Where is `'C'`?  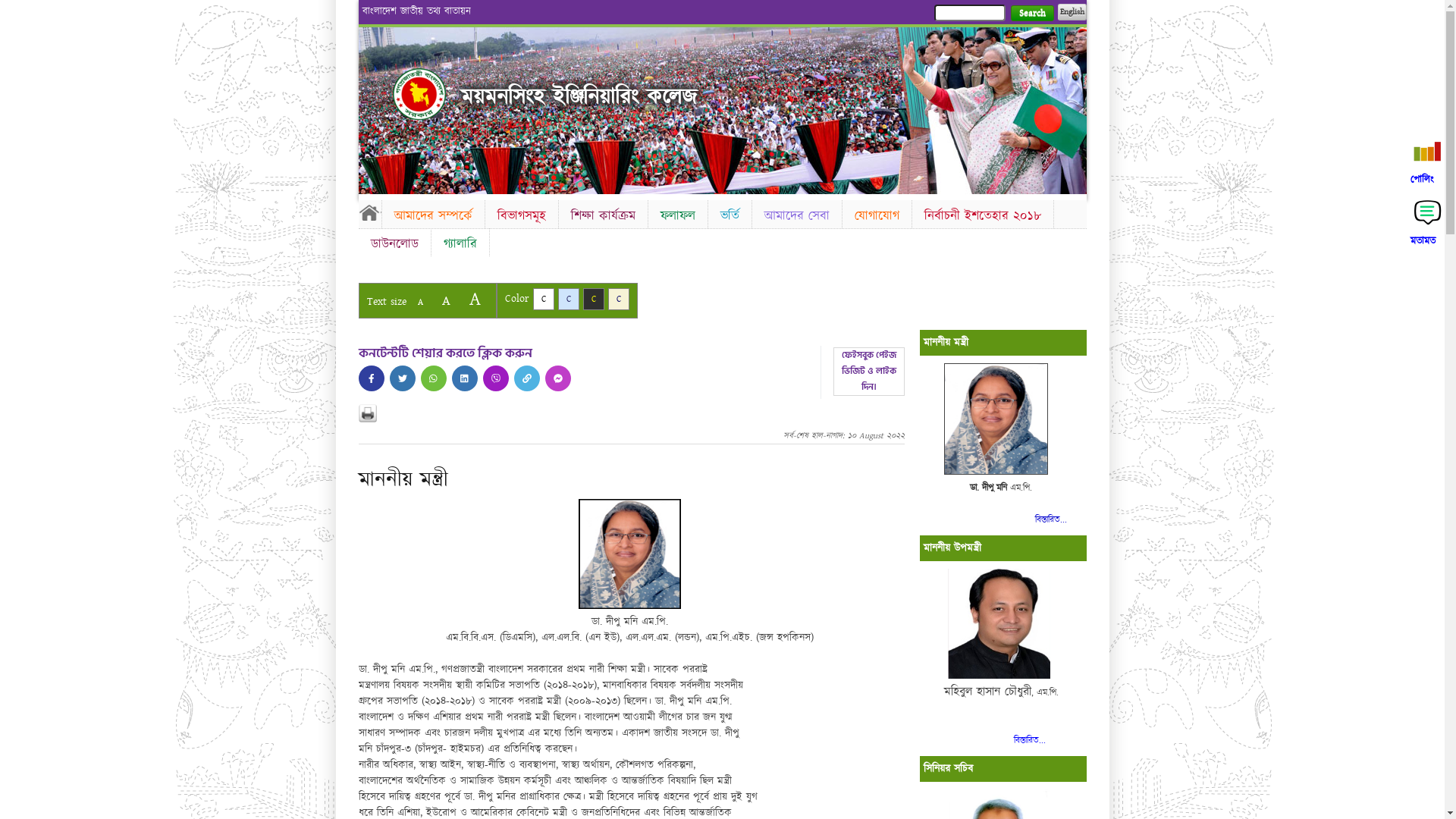 'C' is located at coordinates (592, 299).